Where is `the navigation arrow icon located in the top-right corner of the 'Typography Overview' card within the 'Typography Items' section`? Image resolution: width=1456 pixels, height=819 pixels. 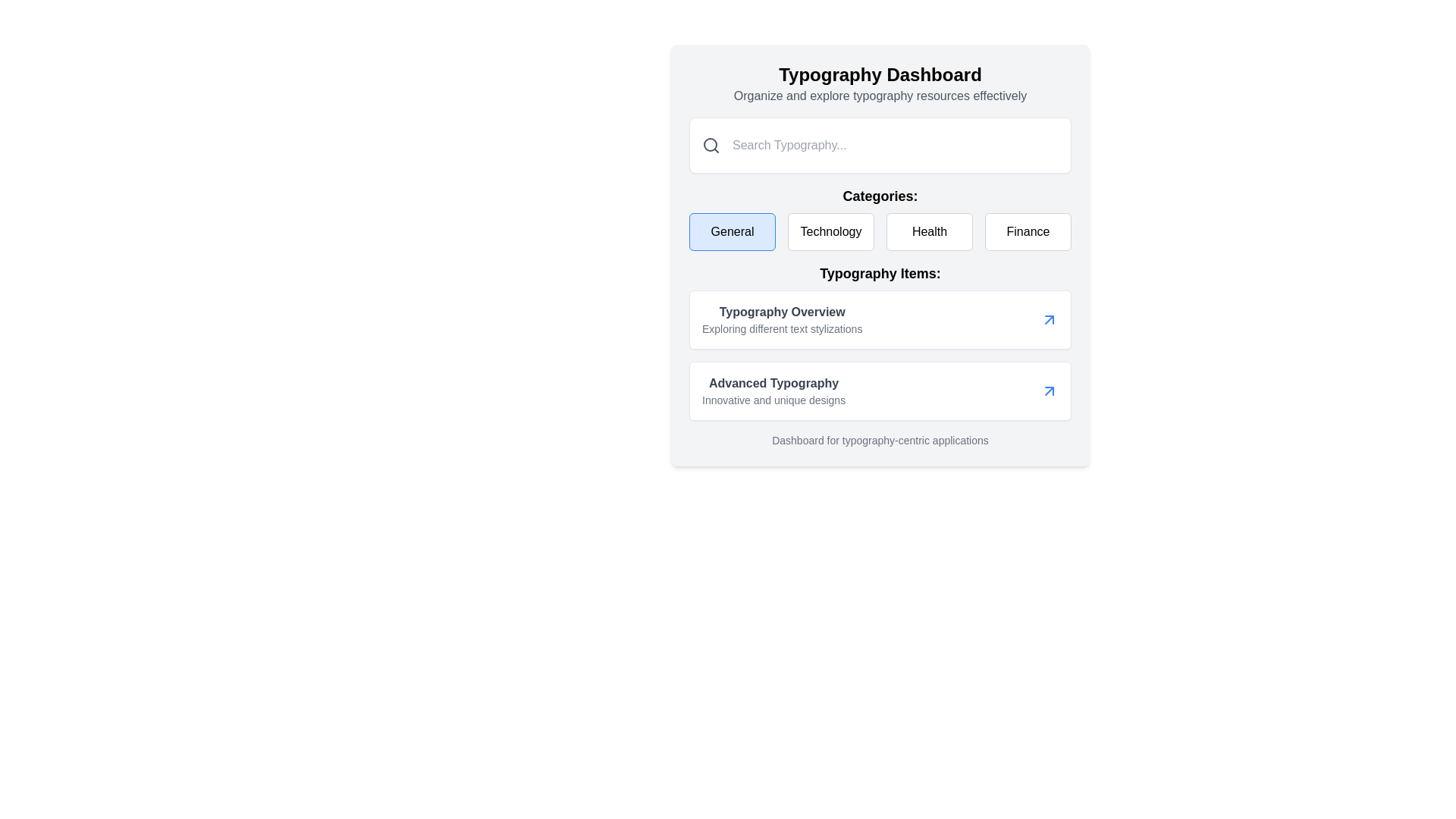 the navigation arrow icon located in the top-right corner of the 'Typography Overview' card within the 'Typography Items' section is located at coordinates (1048, 318).